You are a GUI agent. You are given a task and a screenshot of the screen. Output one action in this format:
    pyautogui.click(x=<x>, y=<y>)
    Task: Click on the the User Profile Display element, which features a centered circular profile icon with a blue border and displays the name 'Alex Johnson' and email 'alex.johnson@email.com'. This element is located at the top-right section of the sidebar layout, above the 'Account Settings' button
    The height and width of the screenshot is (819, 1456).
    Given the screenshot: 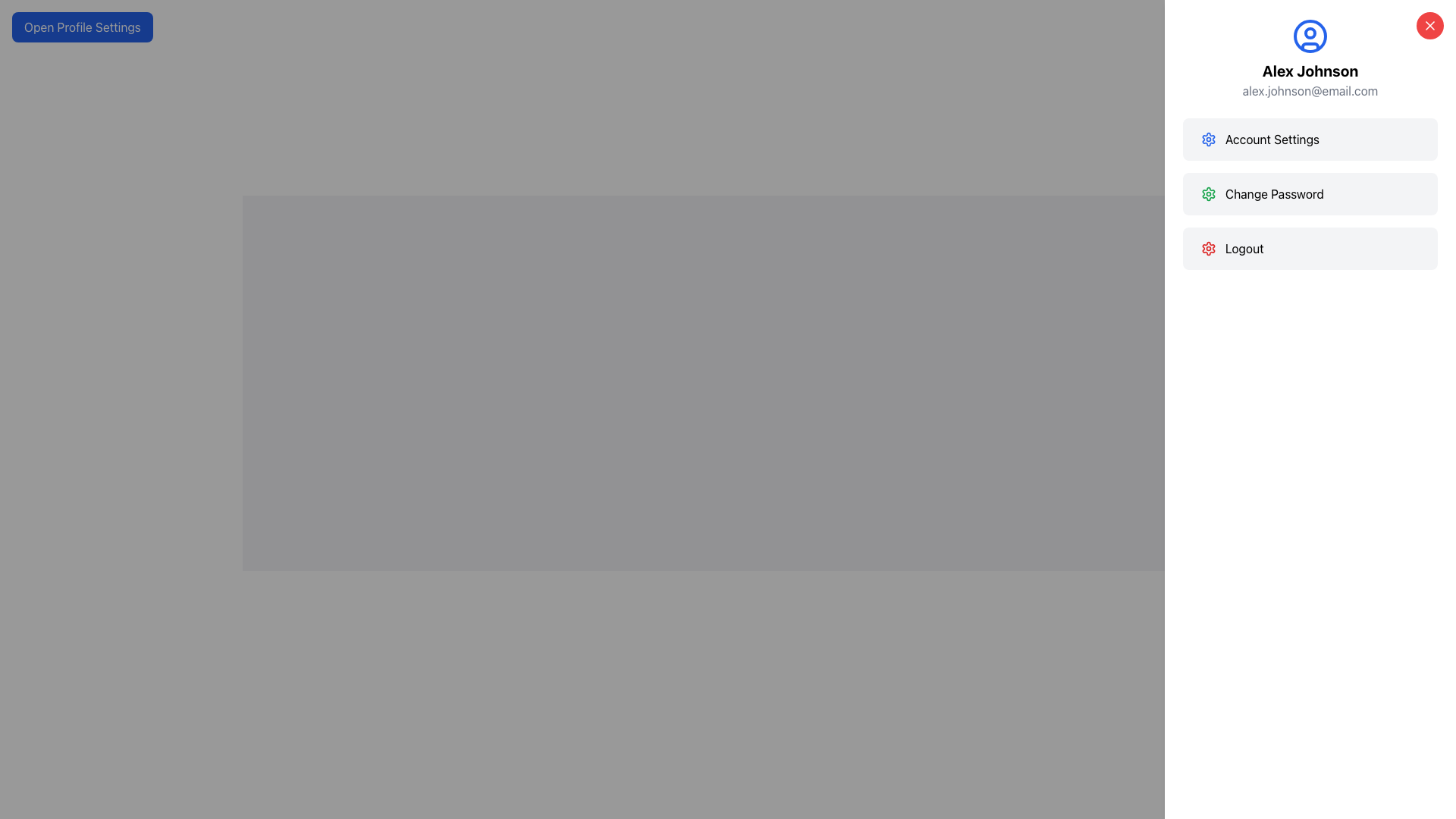 What is the action you would take?
    pyautogui.click(x=1310, y=58)
    